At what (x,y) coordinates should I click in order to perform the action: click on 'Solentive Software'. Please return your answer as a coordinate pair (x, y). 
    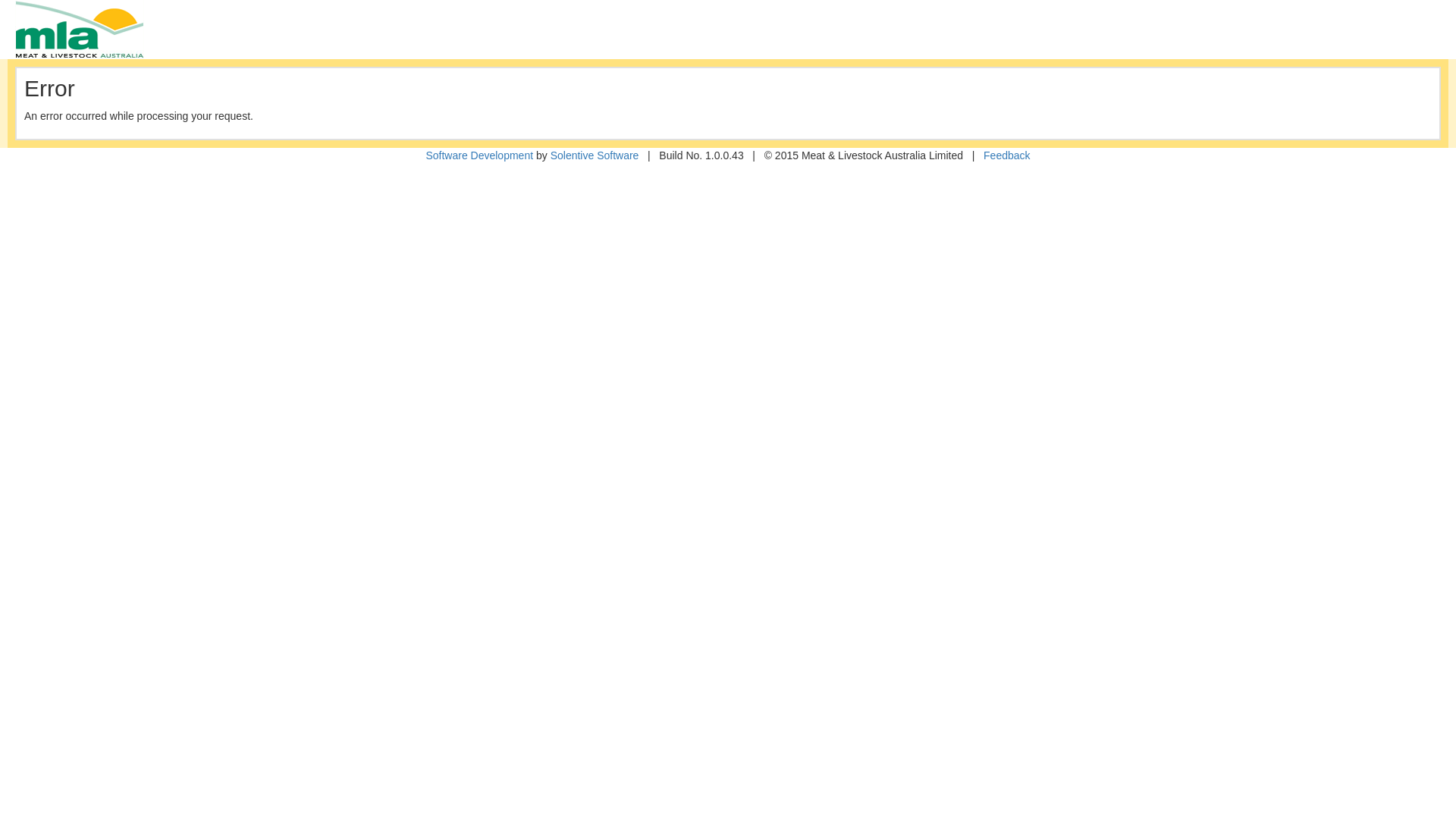
    Looking at the image, I should click on (594, 155).